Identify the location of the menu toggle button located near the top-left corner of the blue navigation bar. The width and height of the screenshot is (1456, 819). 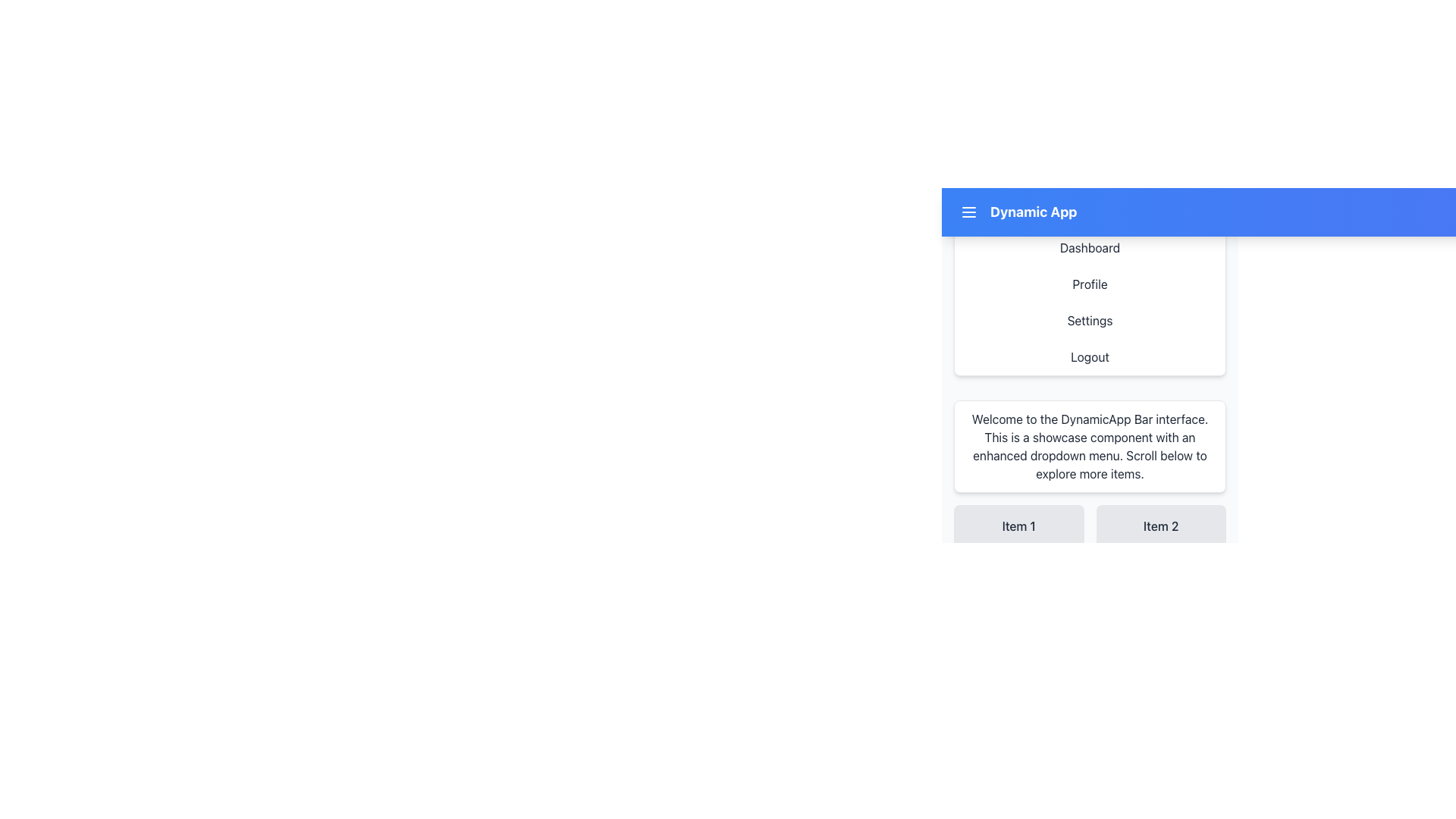
(968, 212).